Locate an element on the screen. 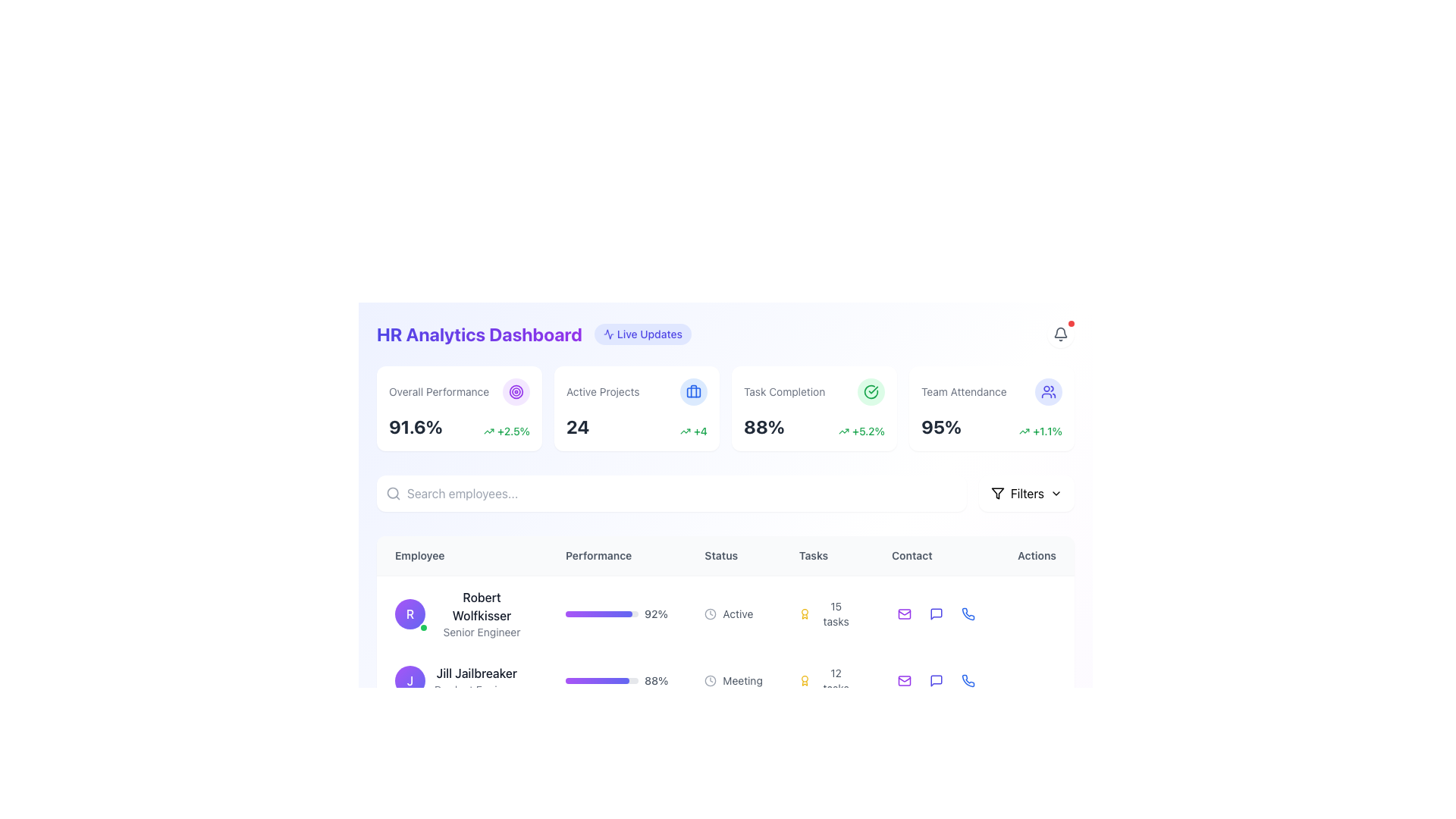 This screenshot has width=1456, height=819. the small activity graph icon within the 'Live Updates' badge, which is styled with a minimalistic vector design and located to the left of the 'Live Updates' text is located at coordinates (608, 333).